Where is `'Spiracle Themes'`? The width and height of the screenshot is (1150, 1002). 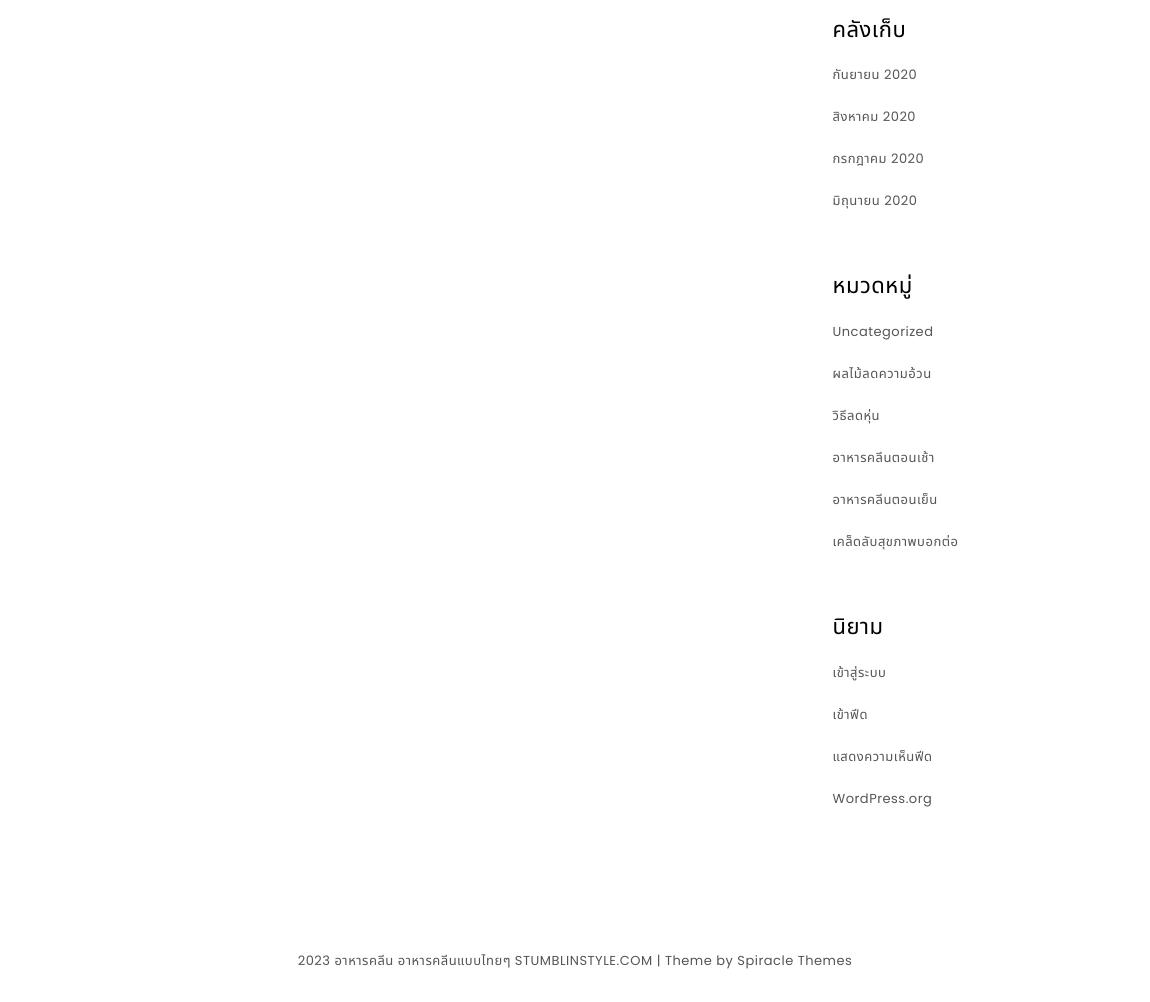 'Spiracle Themes' is located at coordinates (793, 958).